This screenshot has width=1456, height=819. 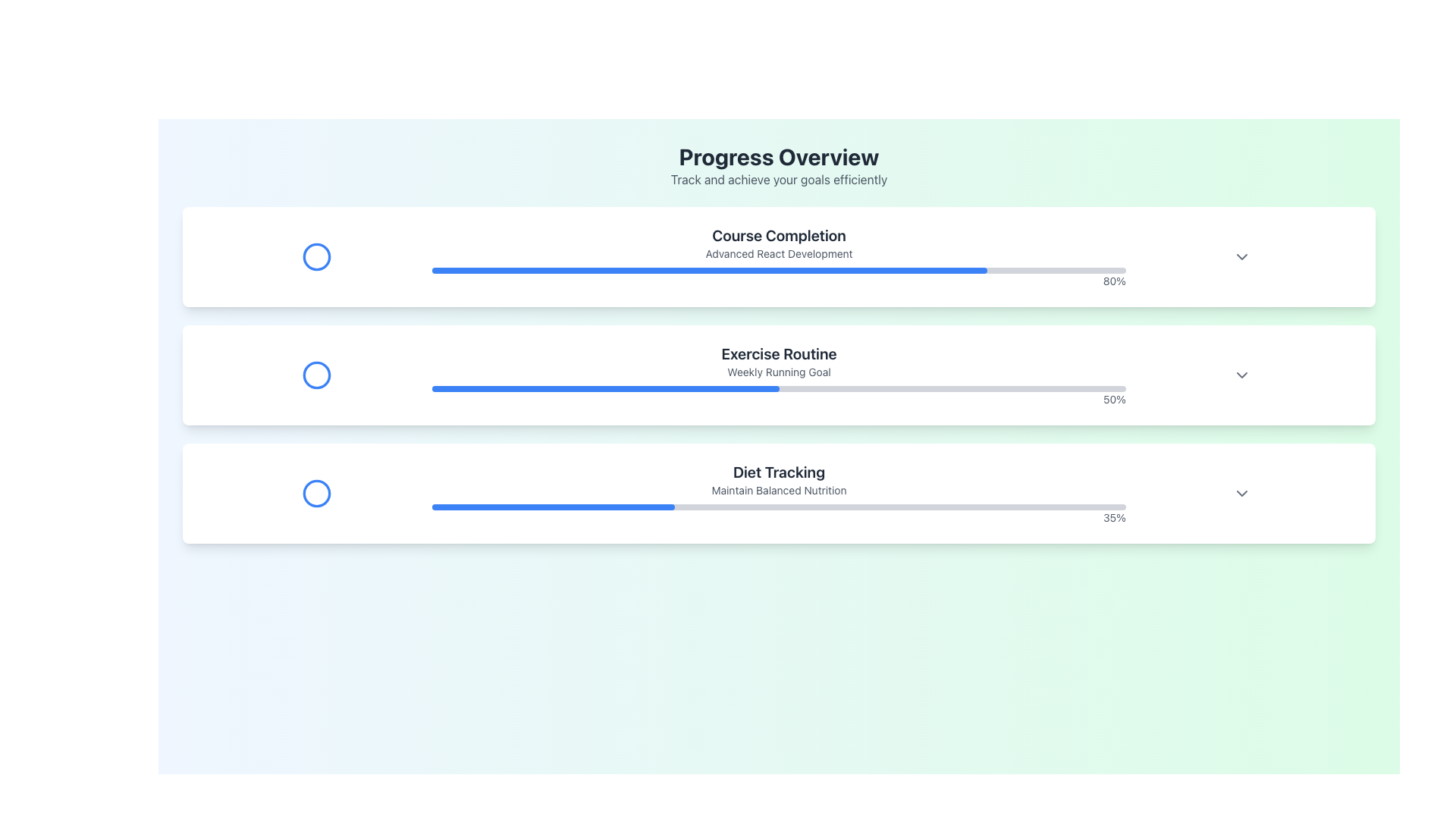 I want to click on the Progress Indicator displaying 'Course Completion' and 'Advanced React Development', which shows an 80% filled progress bar, so click(x=779, y=256).